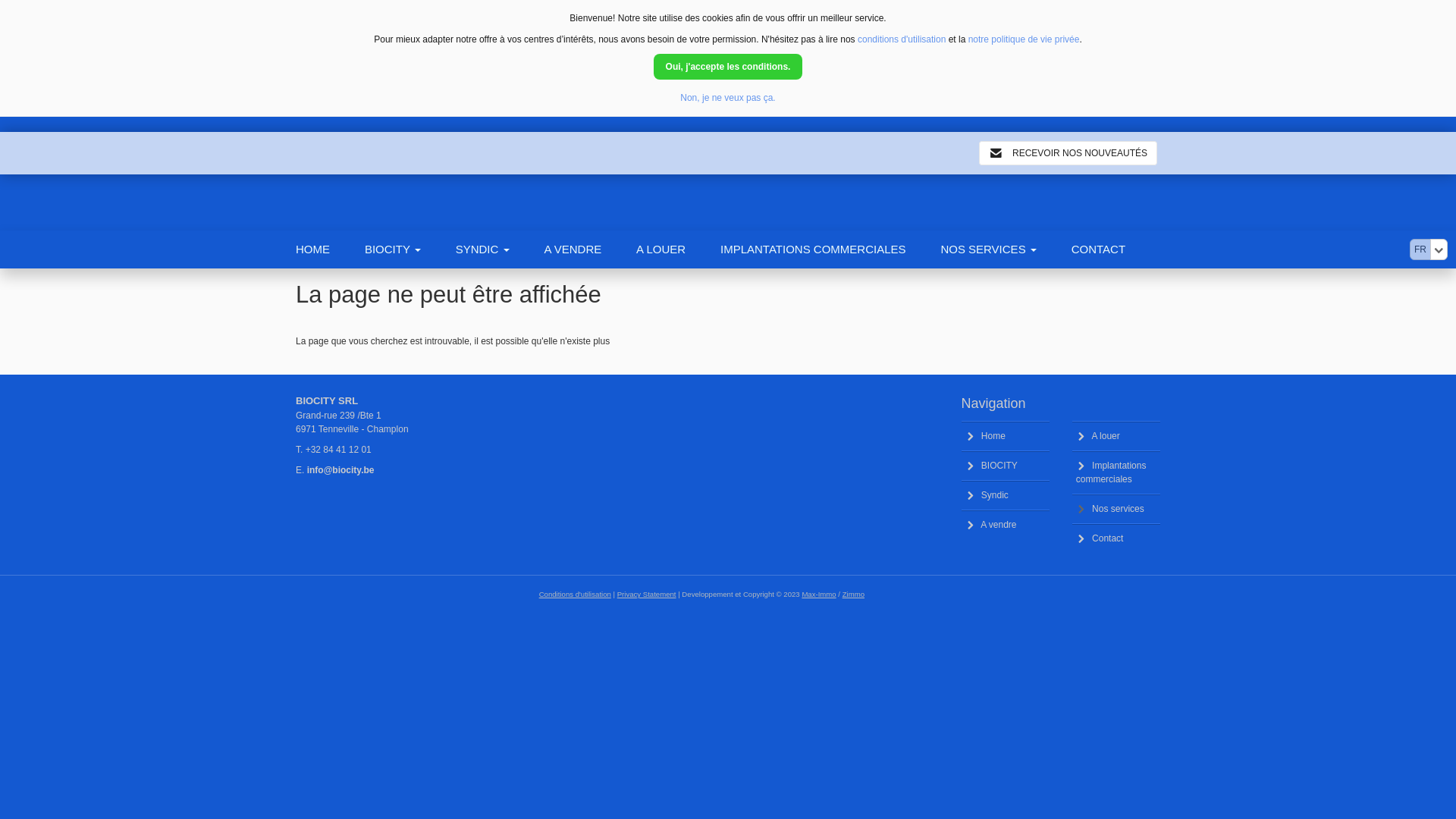 The width and height of the screenshot is (1456, 819). What do you see at coordinates (841, 593) in the screenshot?
I see `'Zimmo'` at bounding box center [841, 593].